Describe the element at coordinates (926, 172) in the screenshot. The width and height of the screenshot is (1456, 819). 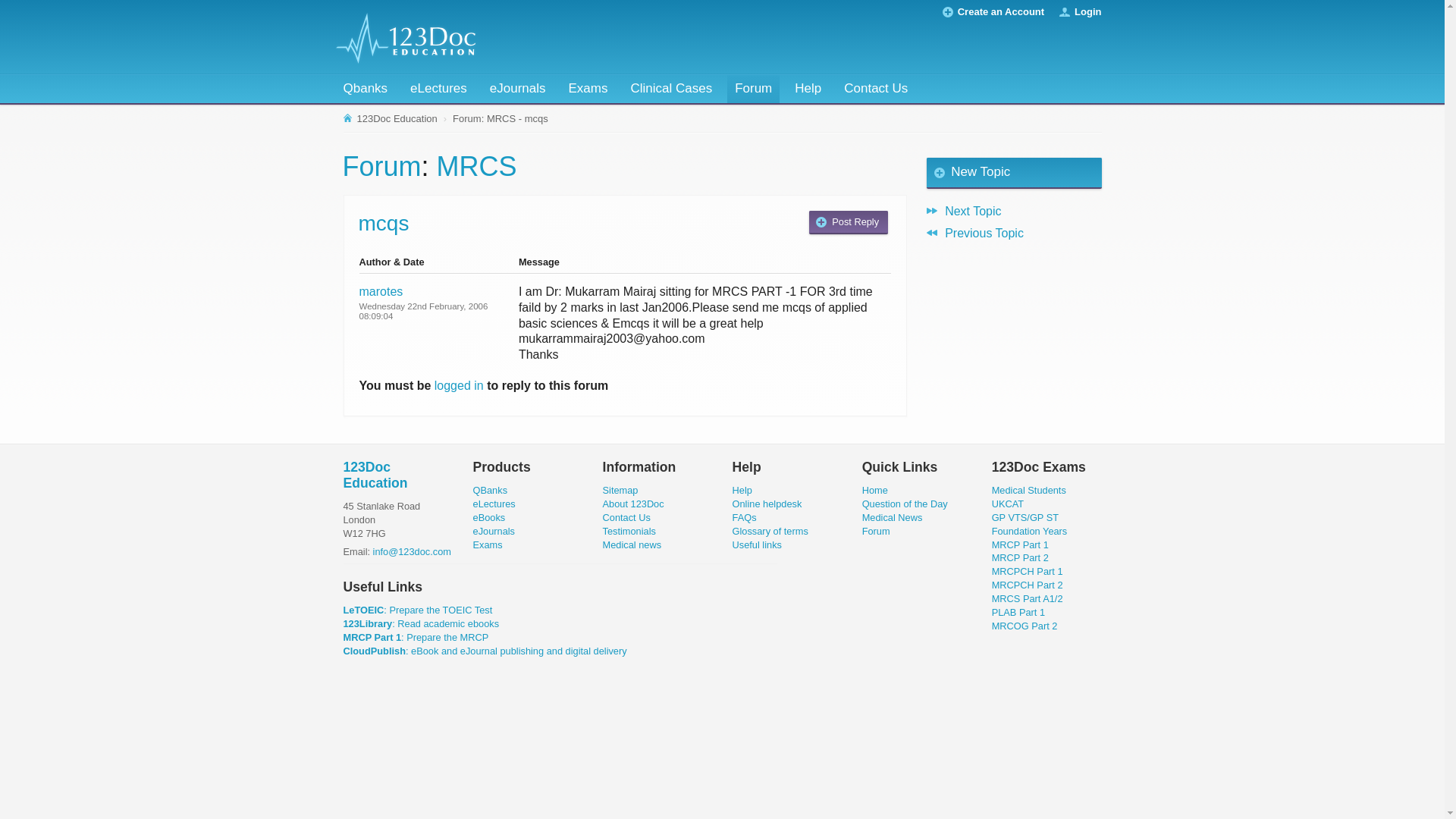
I see `'New Topic'` at that location.